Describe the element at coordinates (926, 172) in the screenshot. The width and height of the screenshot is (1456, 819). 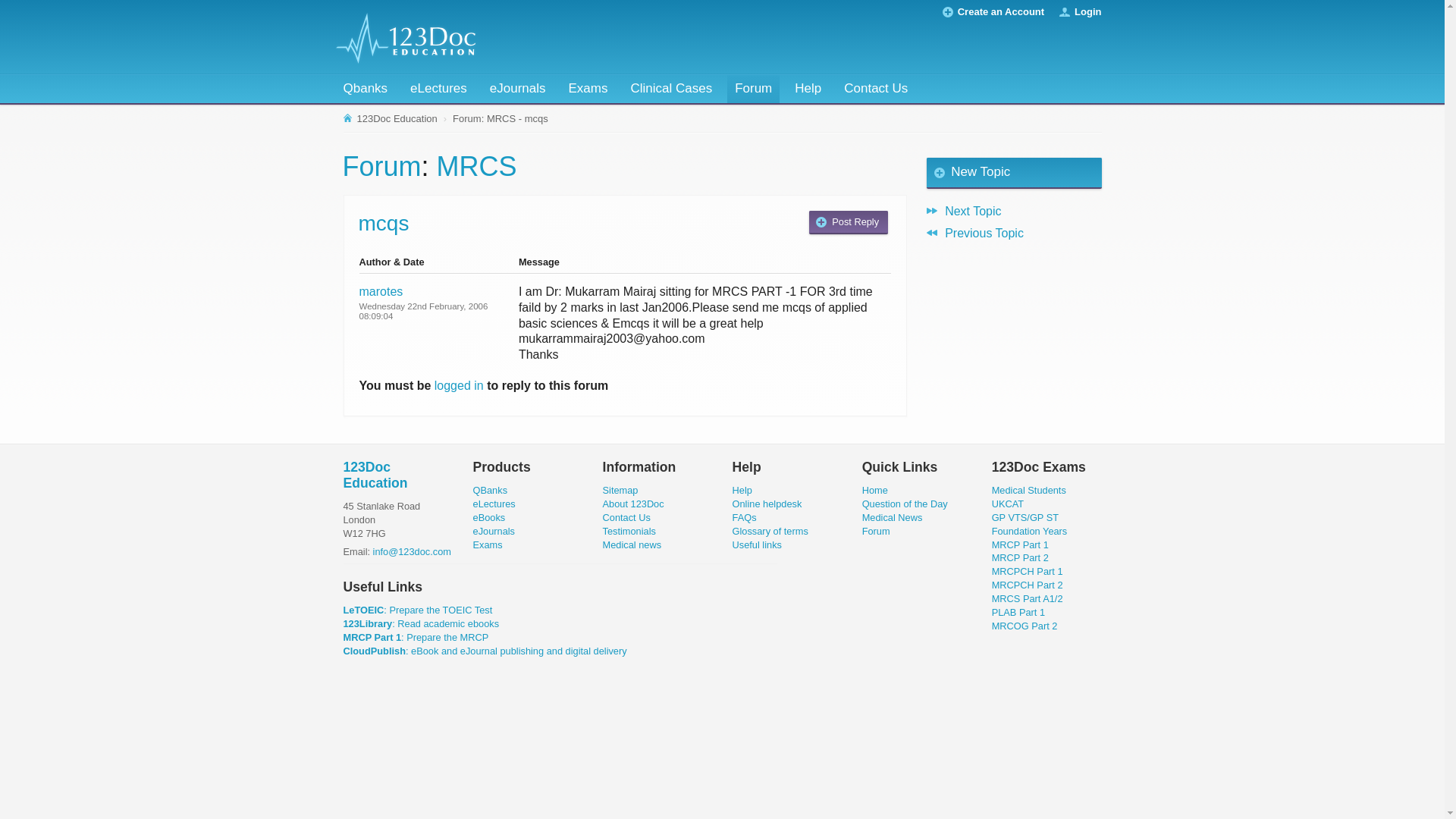
I see `'New Topic'` at that location.